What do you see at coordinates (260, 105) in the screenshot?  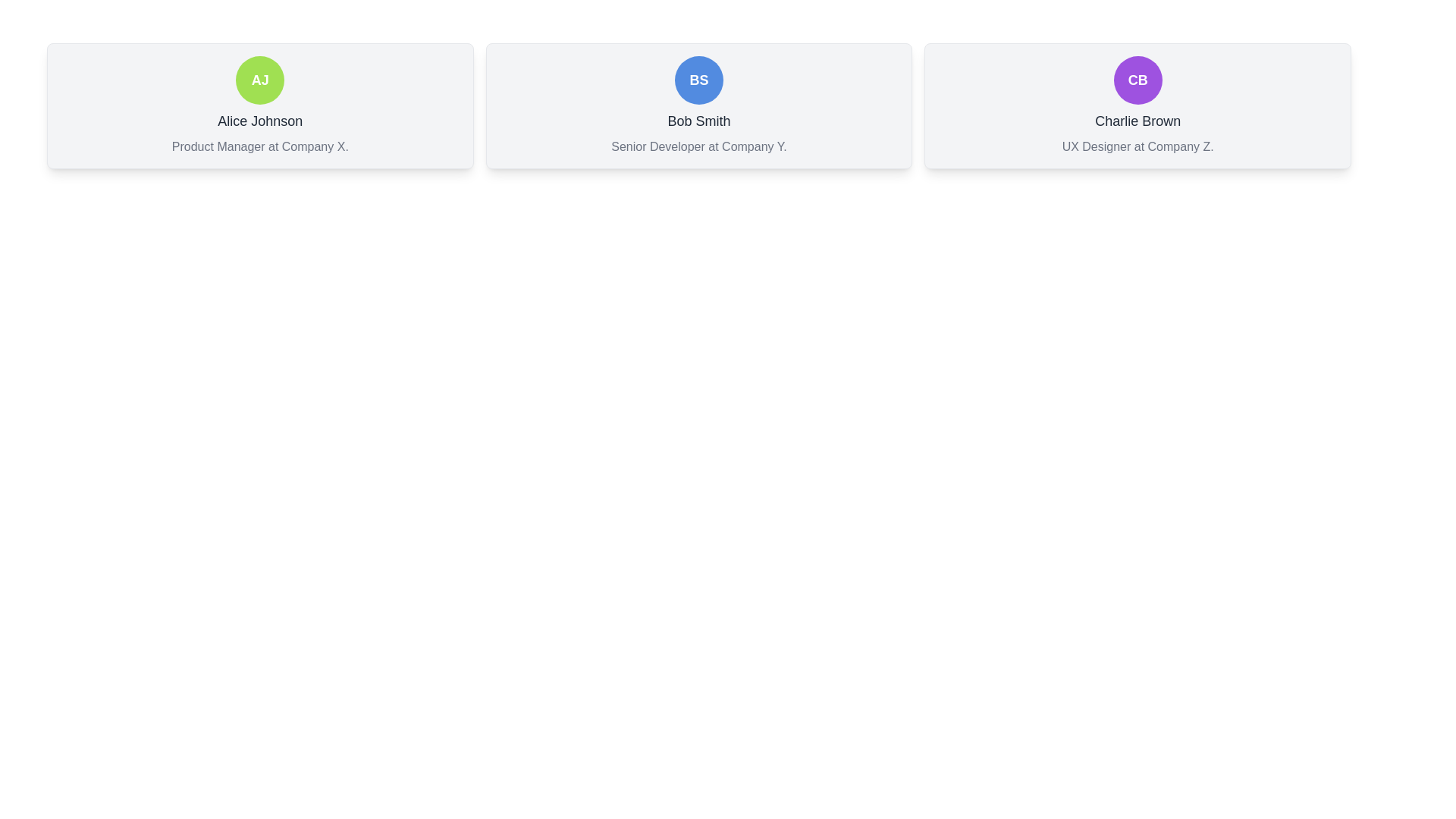 I see `the Profile Card featuring a light gray background, rounded corners, and containing the avatar with initials 'AJ', name 'Alice Johnson', and designation 'Product Manager at Company X'` at bounding box center [260, 105].